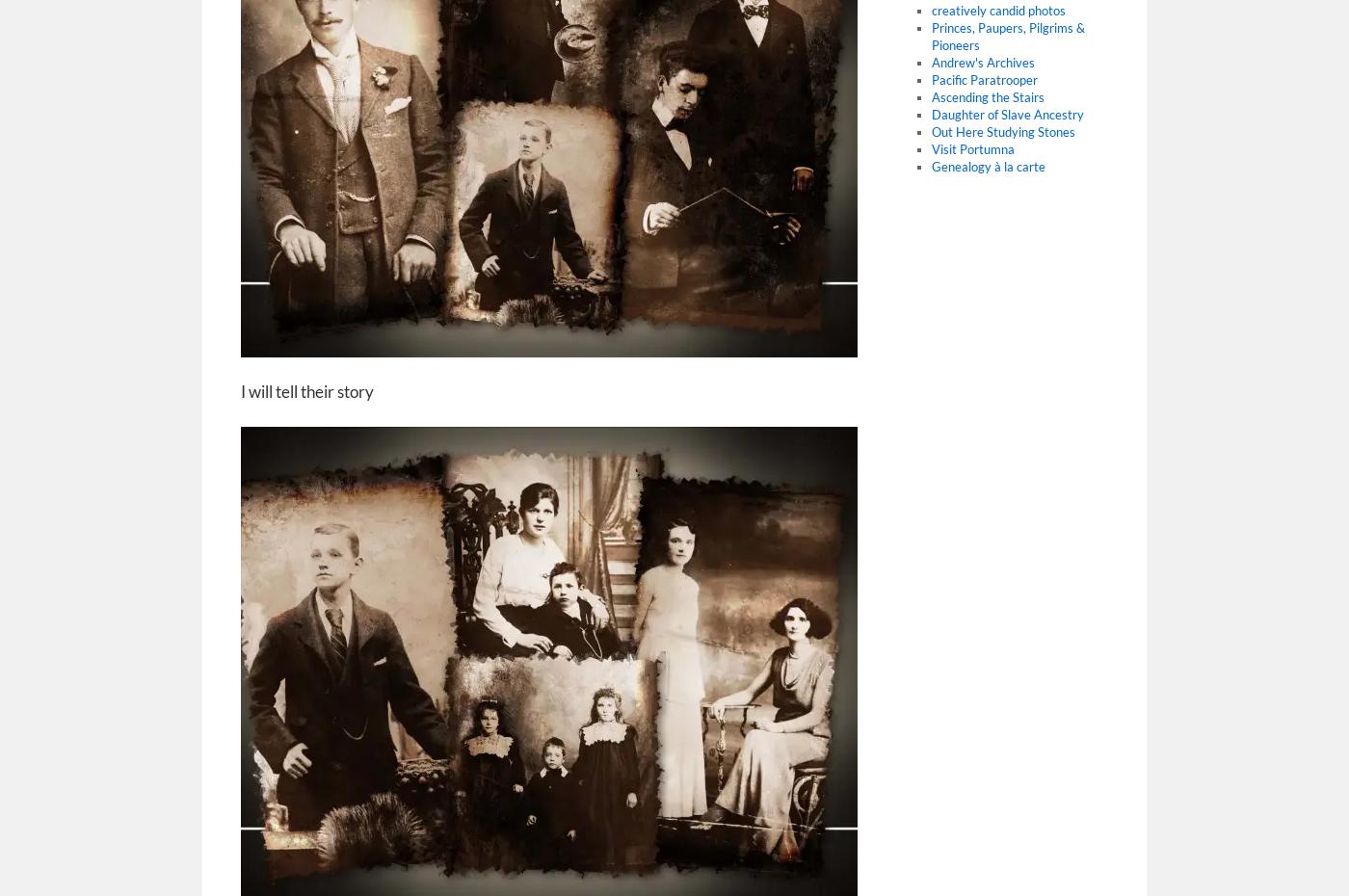 The width and height of the screenshot is (1349, 896). Describe the element at coordinates (930, 96) in the screenshot. I see `'Ascending the Stairs'` at that location.